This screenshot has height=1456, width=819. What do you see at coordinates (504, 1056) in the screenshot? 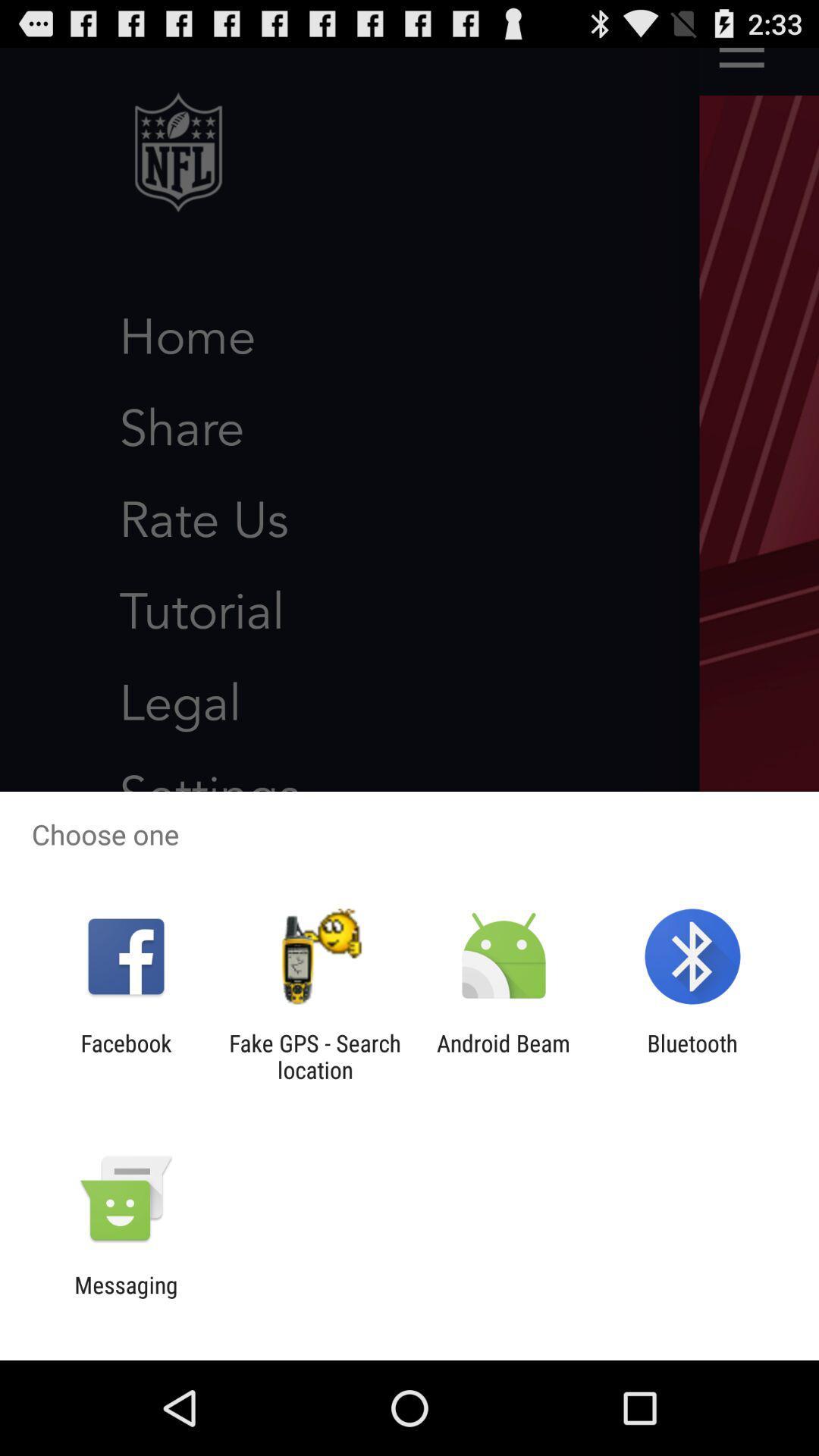
I see `the android beam` at bounding box center [504, 1056].